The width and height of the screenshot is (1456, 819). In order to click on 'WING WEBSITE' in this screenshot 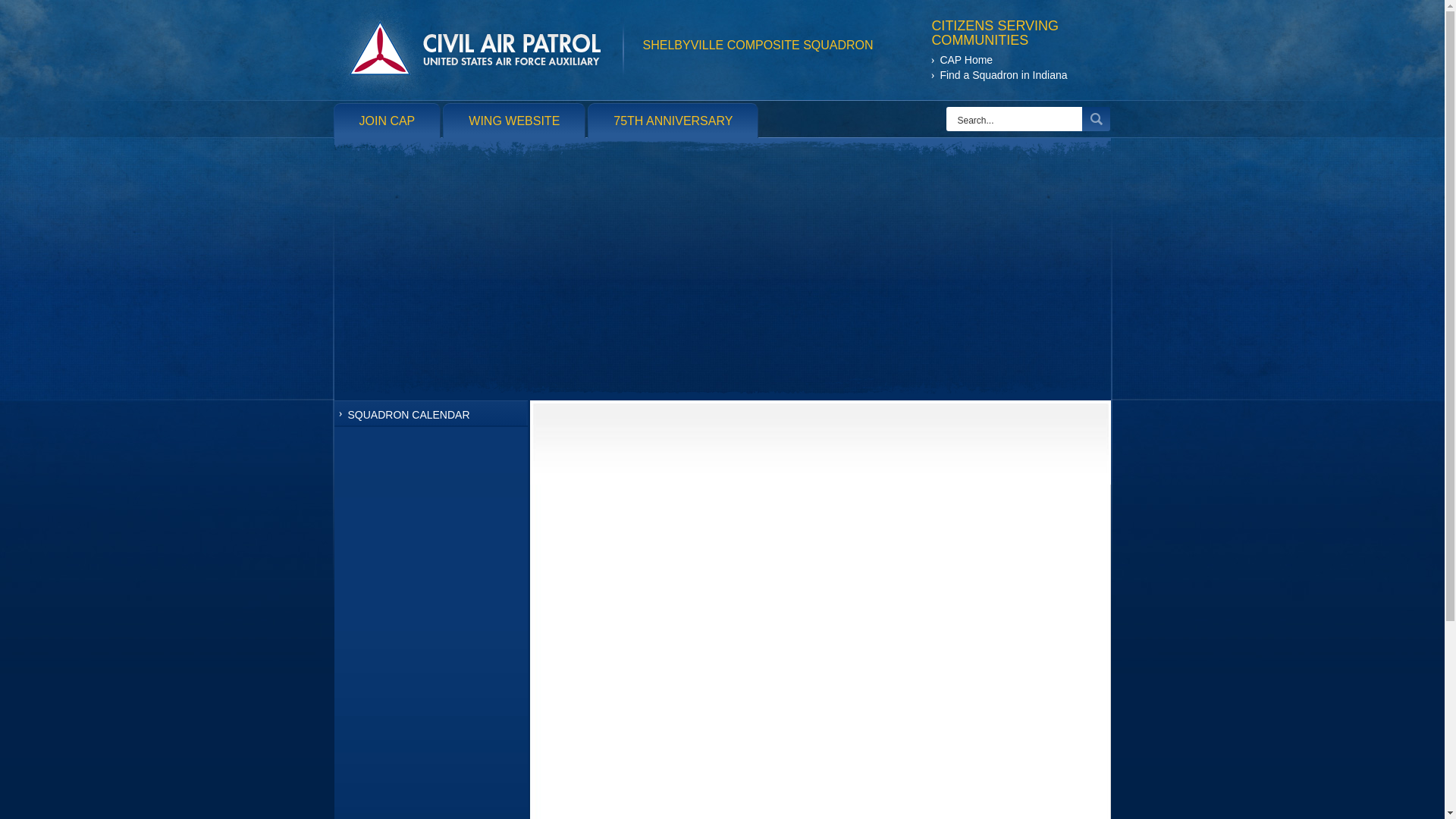, I will do `click(513, 120)`.